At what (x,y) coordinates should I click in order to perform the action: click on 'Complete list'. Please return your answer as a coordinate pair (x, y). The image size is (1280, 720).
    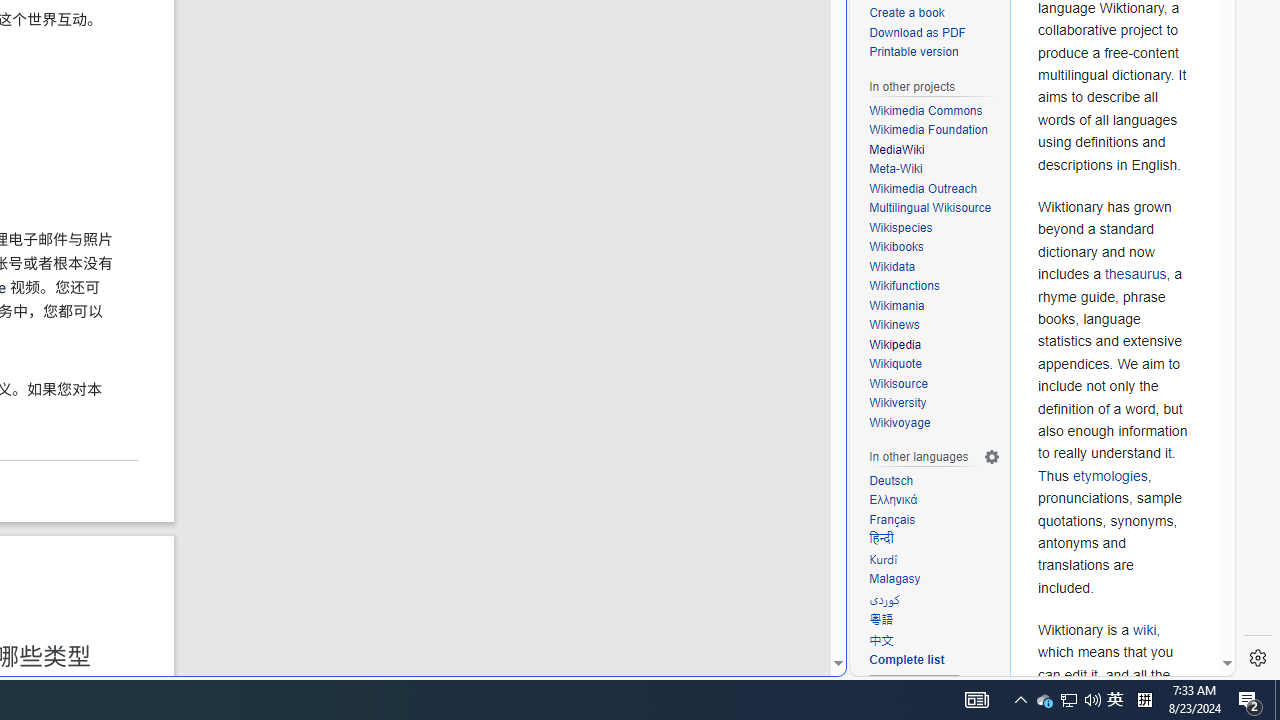
    Looking at the image, I should click on (934, 660).